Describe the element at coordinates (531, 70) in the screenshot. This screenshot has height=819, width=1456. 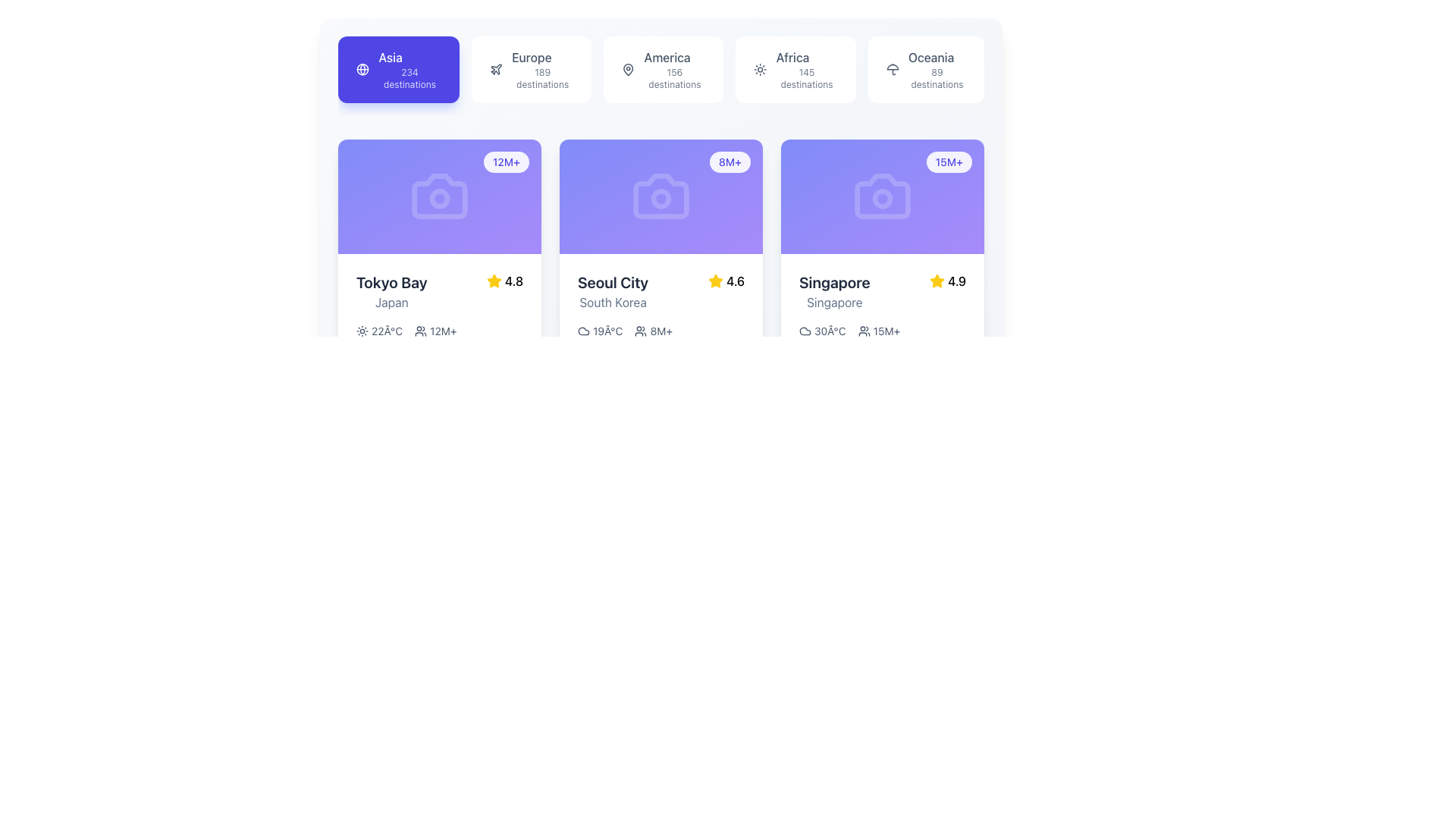
I see `the 'Europe' button` at that location.